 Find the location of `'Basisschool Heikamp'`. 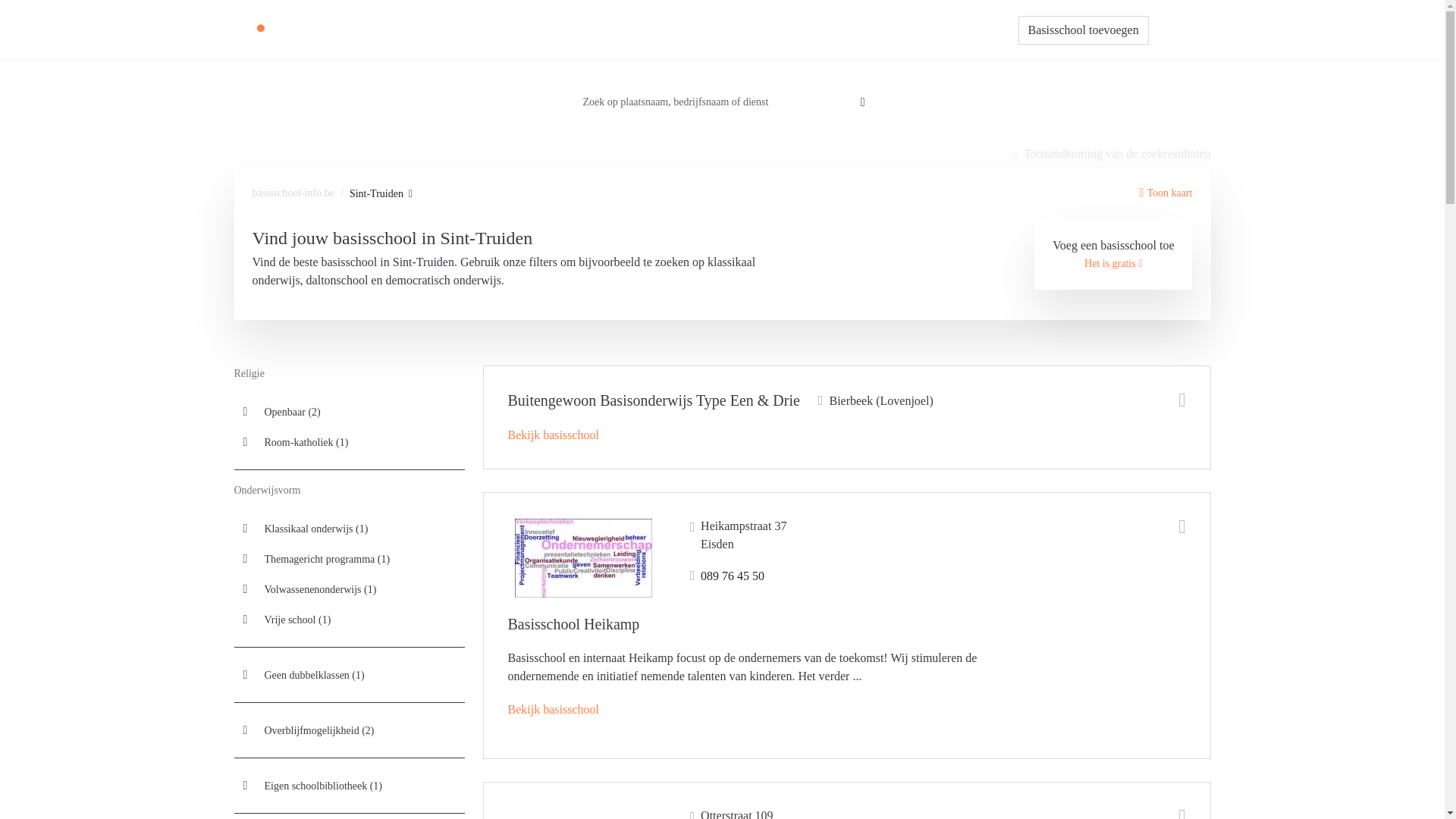

'Basisschool Heikamp' is located at coordinates (573, 623).